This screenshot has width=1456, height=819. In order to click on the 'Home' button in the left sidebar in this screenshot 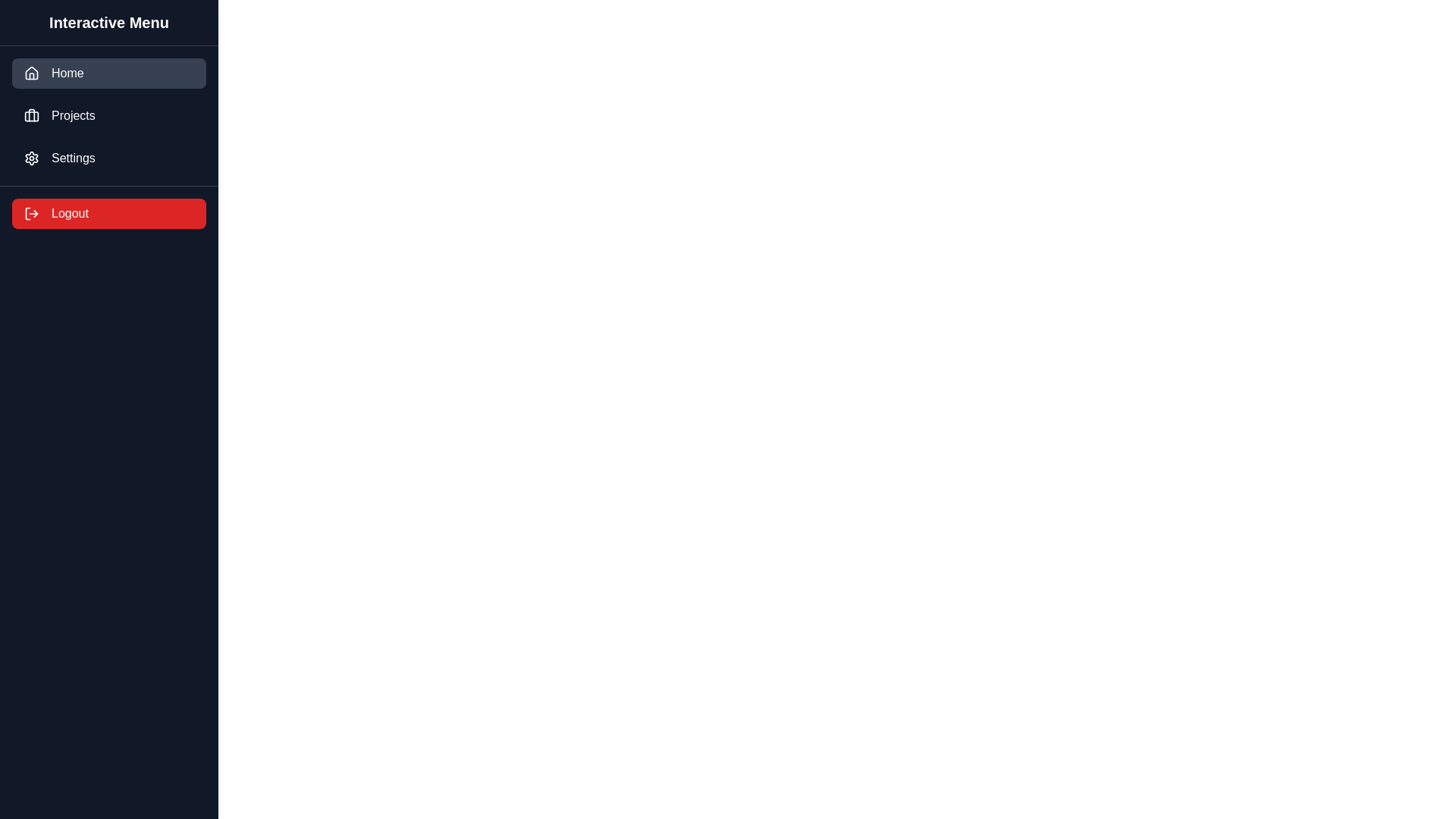, I will do `click(108, 73)`.